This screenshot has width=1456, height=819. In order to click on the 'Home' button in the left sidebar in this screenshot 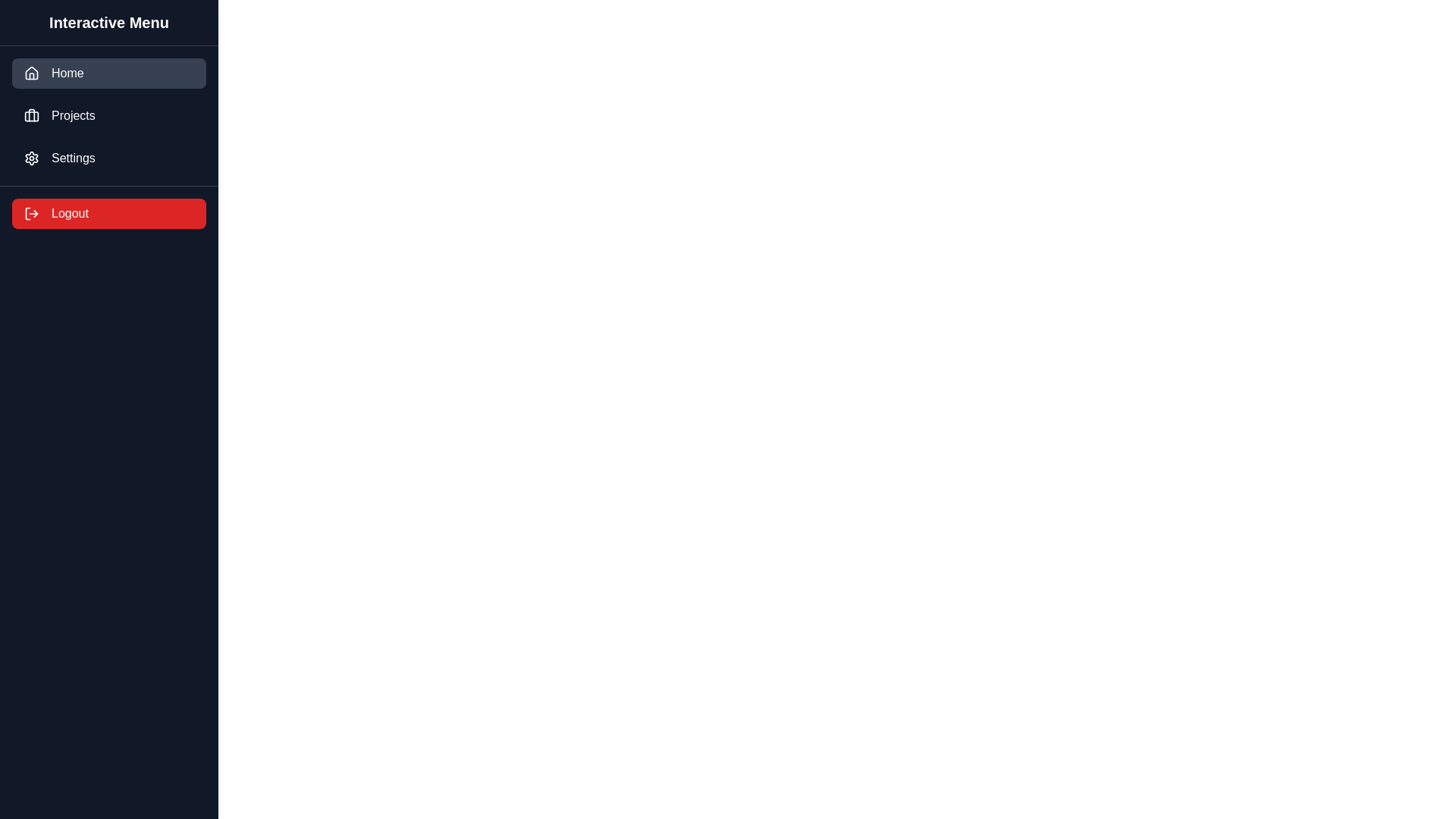, I will do `click(108, 73)`.